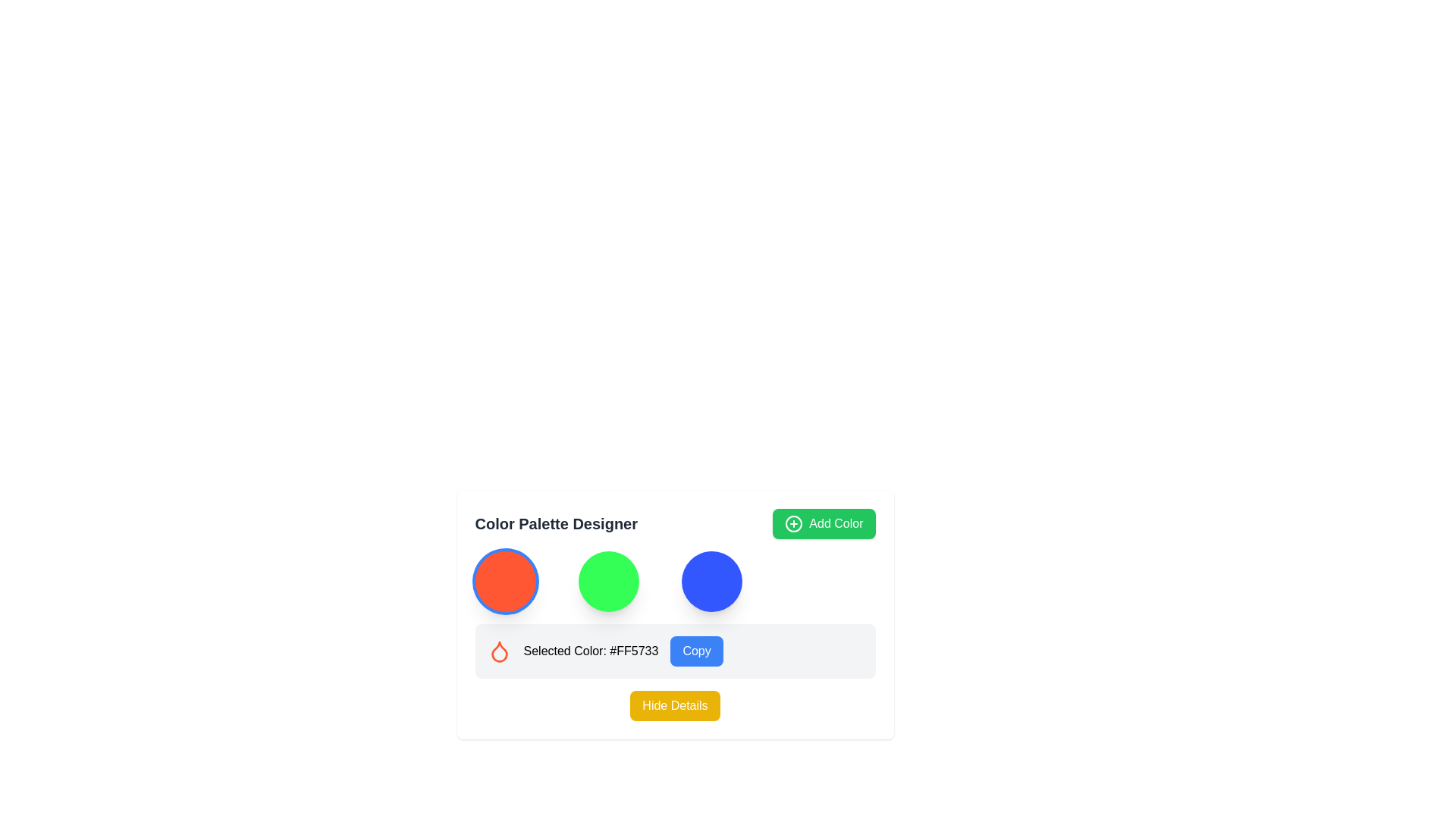  Describe the element at coordinates (590, 651) in the screenshot. I see `the static text element that displays the selected color in the color picker tool, located between the droplet icon and the 'Copy' button` at that location.